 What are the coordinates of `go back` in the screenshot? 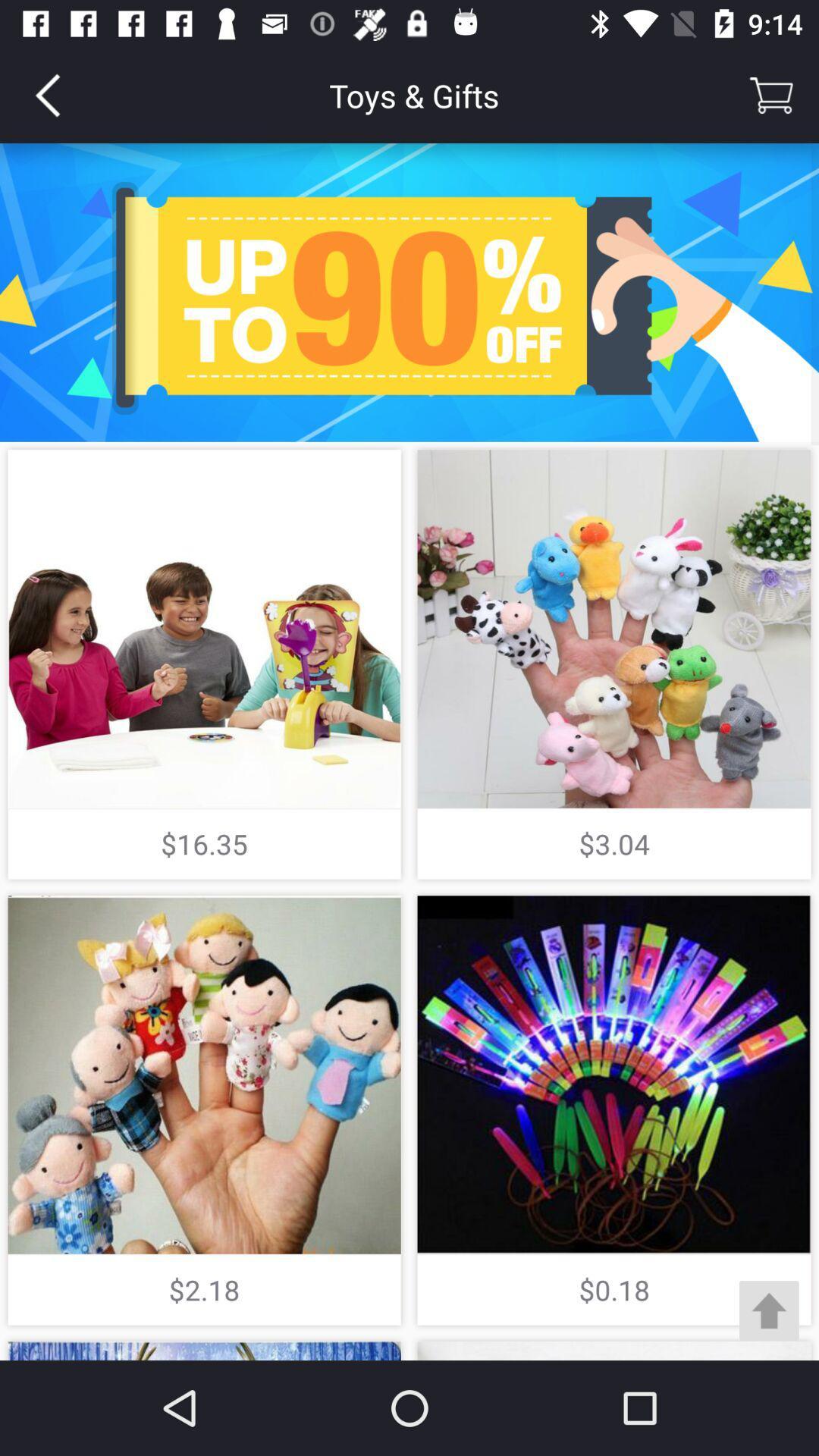 It's located at (46, 94).